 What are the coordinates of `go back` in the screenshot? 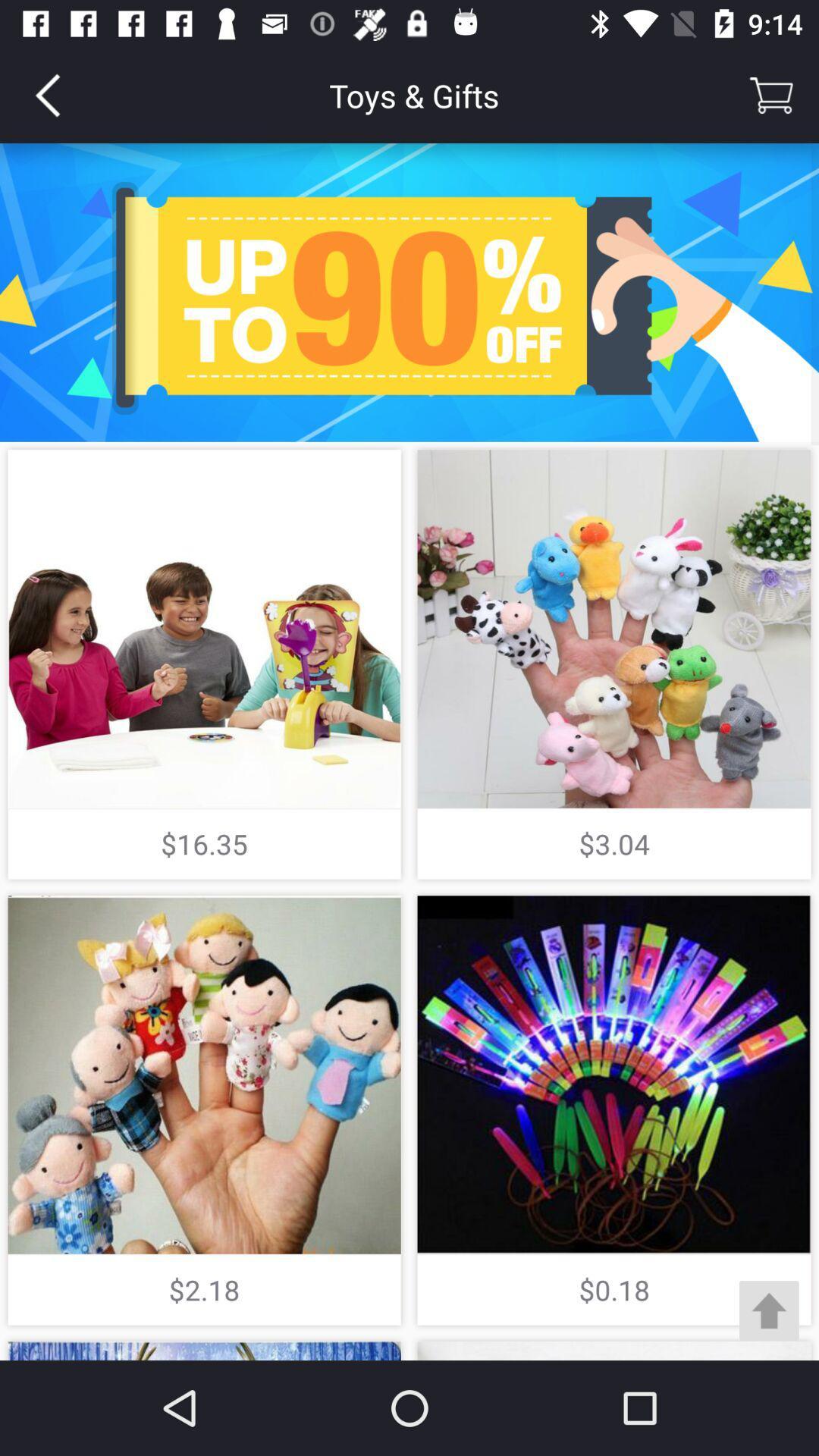 It's located at (46, 94).